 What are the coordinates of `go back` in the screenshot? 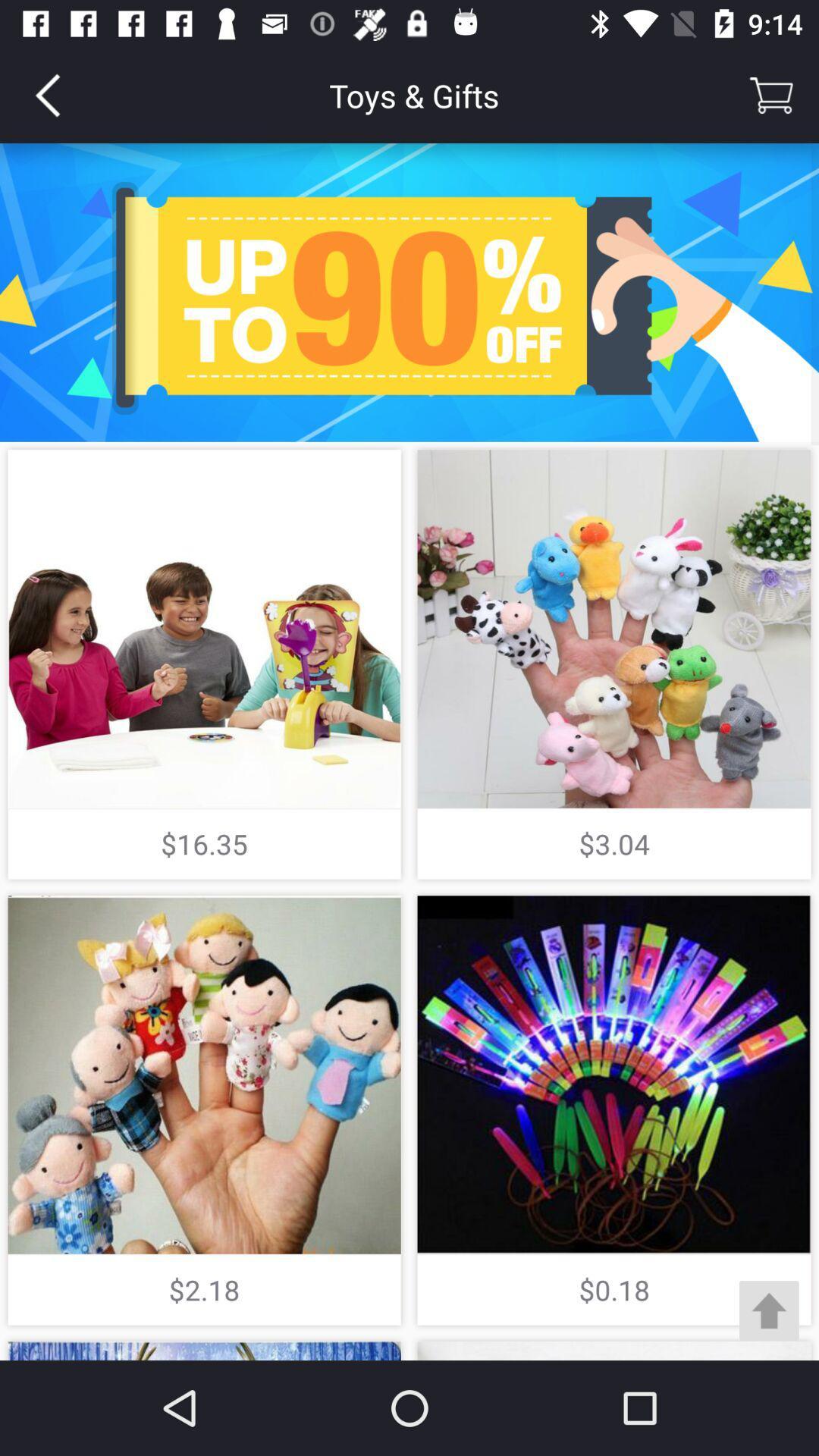 It's located at (46, 94).